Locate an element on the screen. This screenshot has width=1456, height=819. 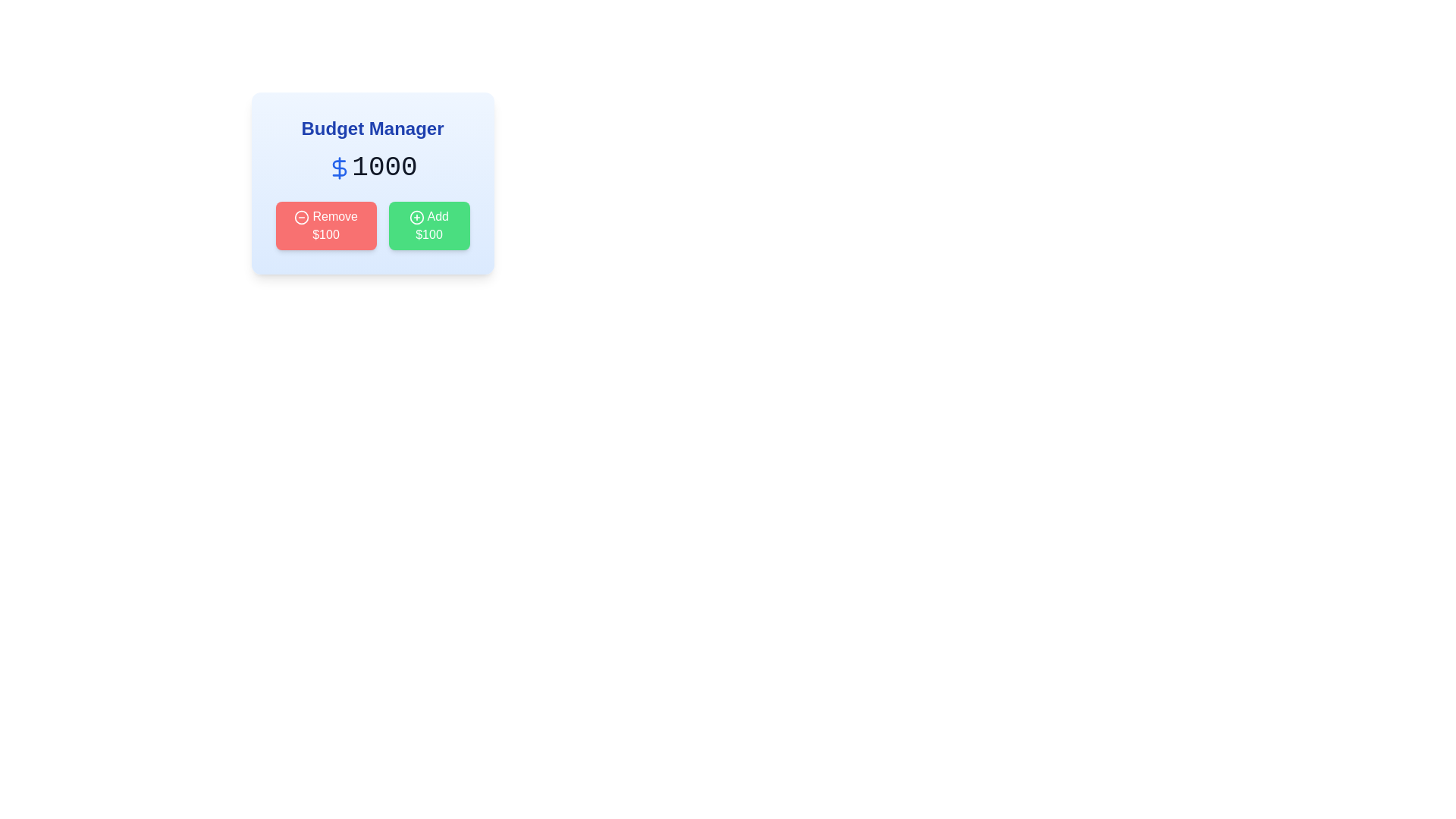
the static text display showing the number '1000', which is prominently positioned in the budget display interface and styled in a large, black monospaced typeface is located at coordinates (384, 168).